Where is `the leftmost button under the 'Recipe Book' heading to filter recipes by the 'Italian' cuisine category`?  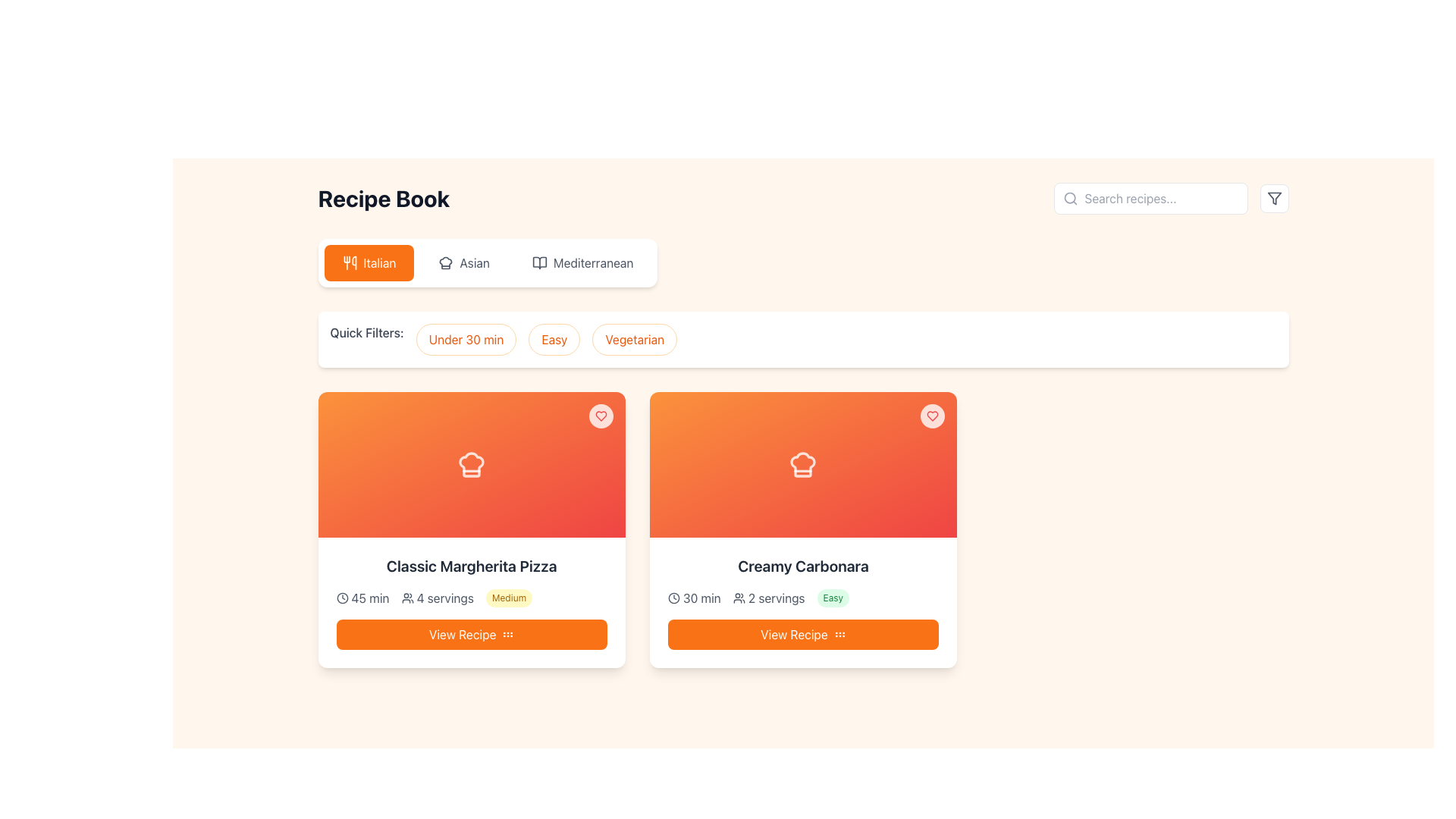 the leftmost button under the 'Recipe Book' heading to filter recipes by the 'Italian' cuisine category is located at coordinates (369, 262).